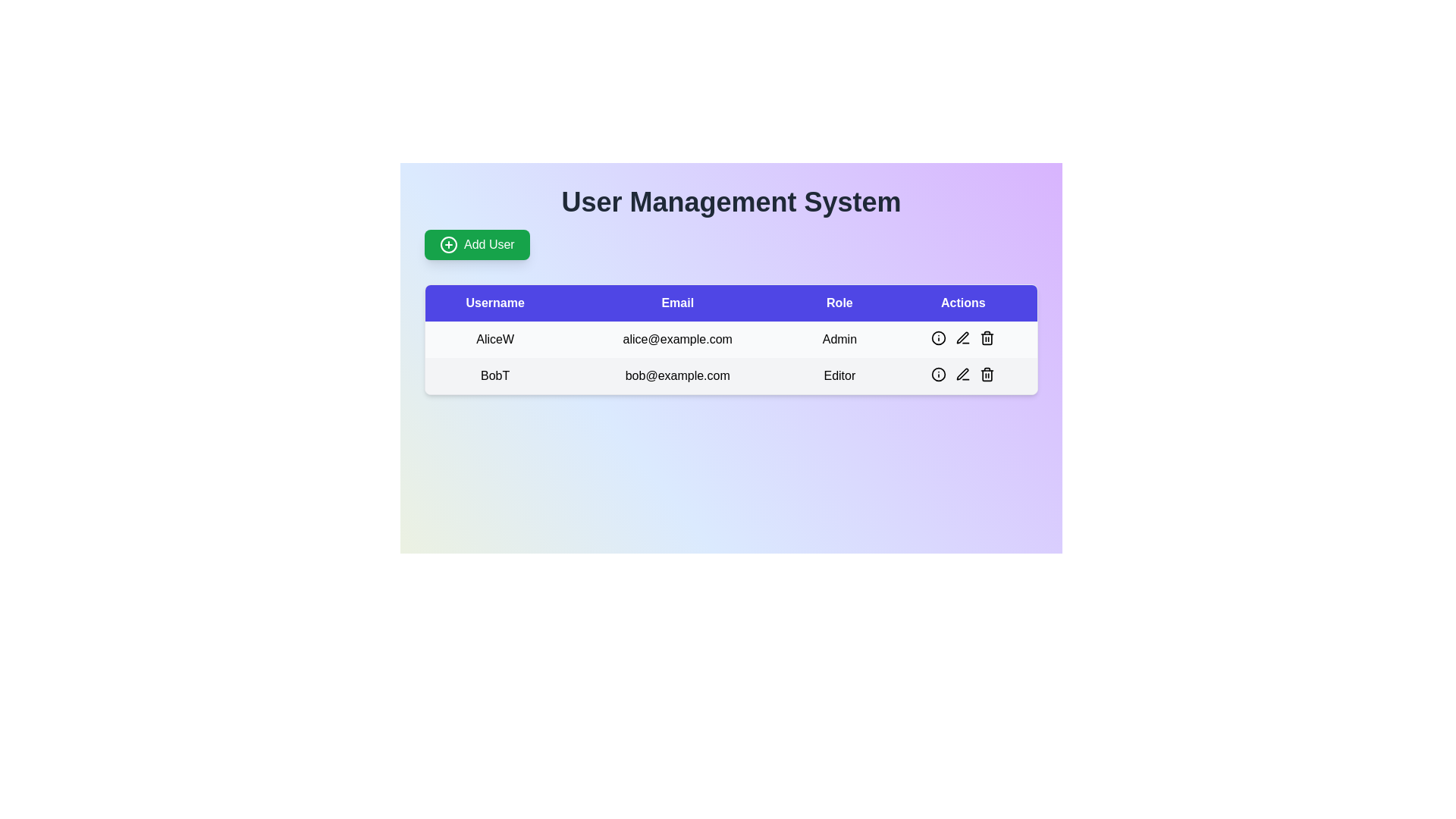 The image size is (1456, 819). Describe the element at coordinates (839, 338) in the screenshot. I see `the static text displaying the role of user 'AliceW' in the third column of the first row of the content table, under the 'Role' header` at that location.